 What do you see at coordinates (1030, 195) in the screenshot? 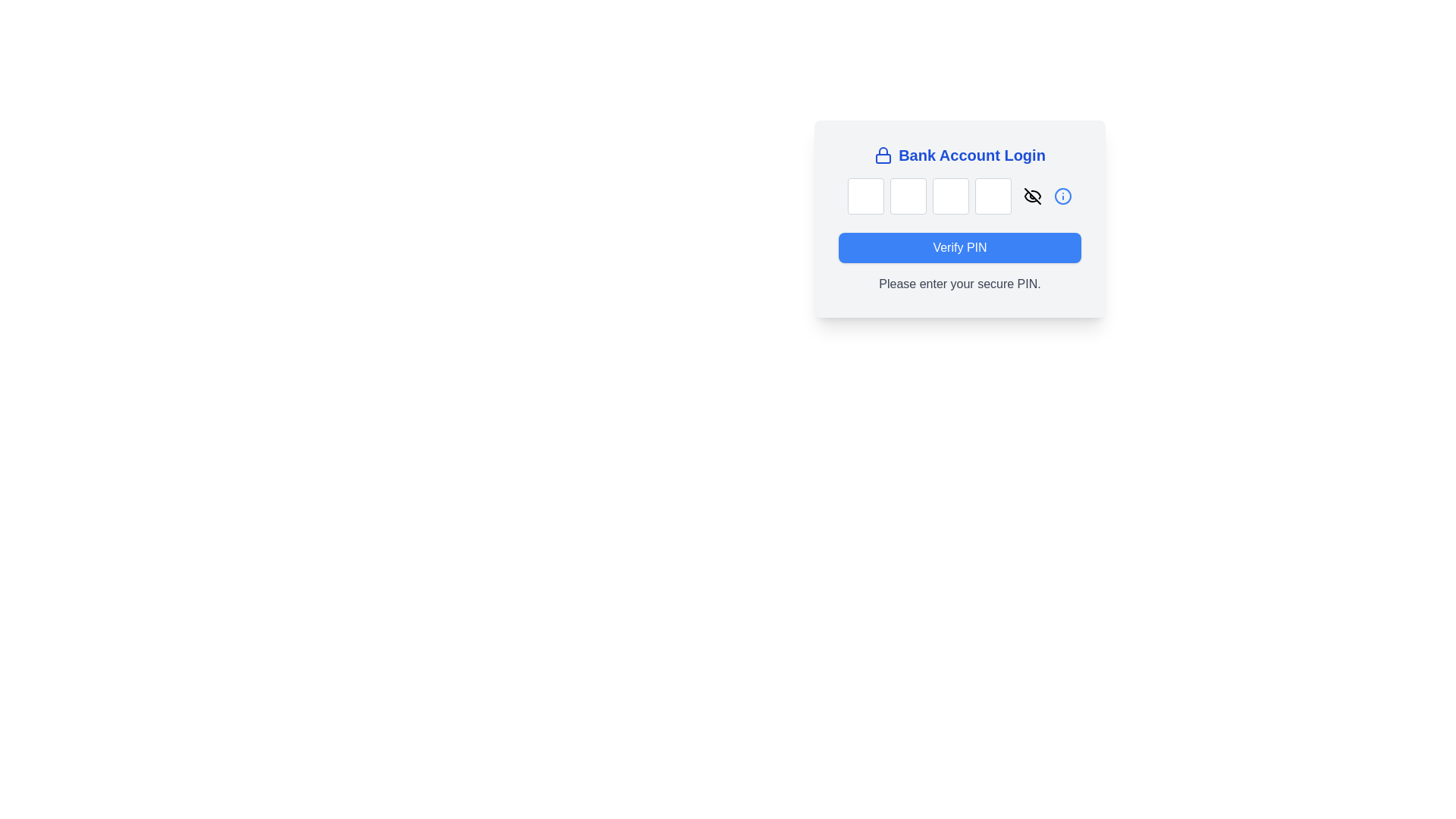
I see `the stylized eye icon representing the 'hidden' or 'obscured' action` at bounding box center [1030, 195].